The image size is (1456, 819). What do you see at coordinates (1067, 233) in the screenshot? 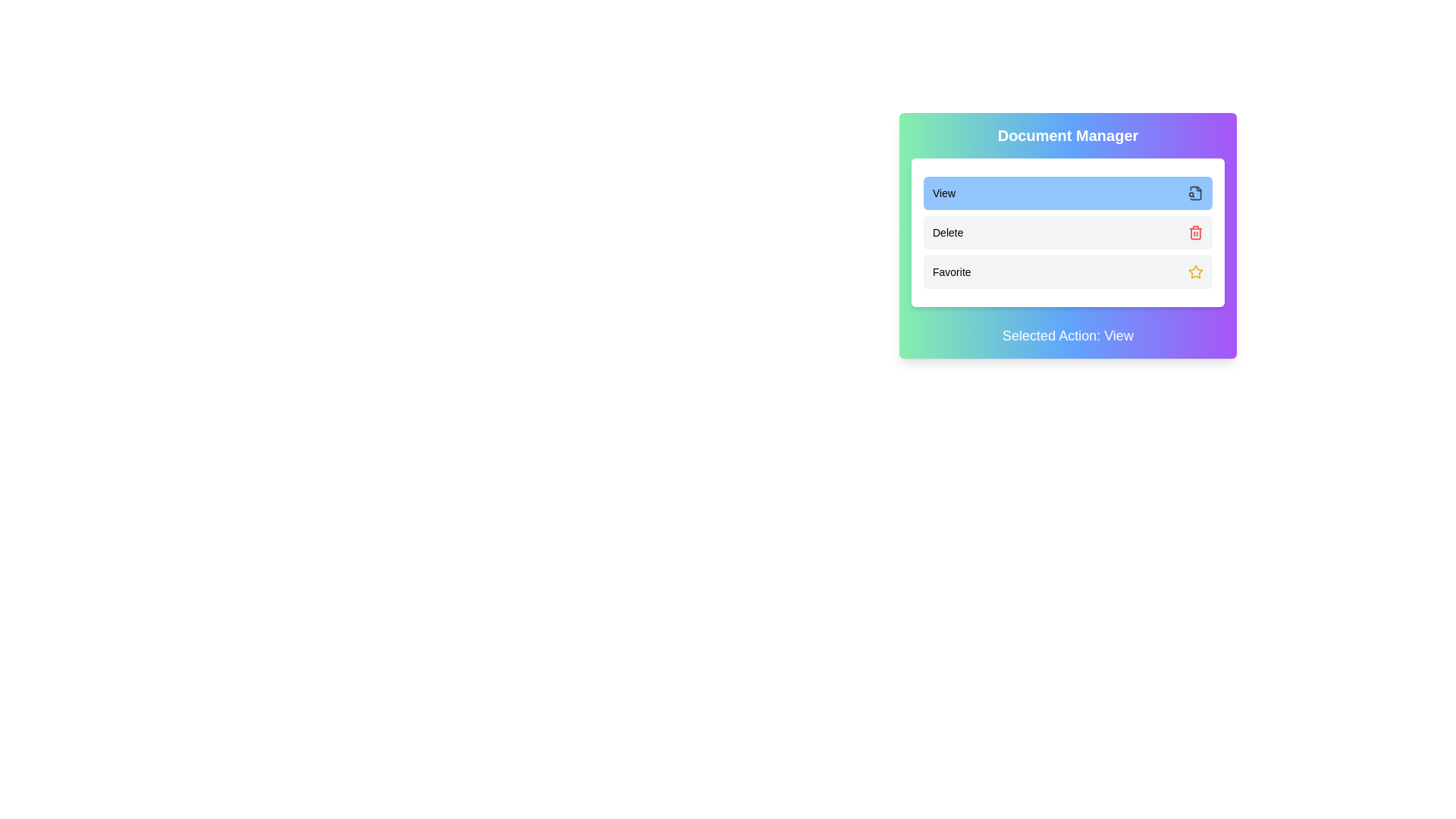
I see `the Delete button to observe its hover effect` at bounding box center [1067, 233].